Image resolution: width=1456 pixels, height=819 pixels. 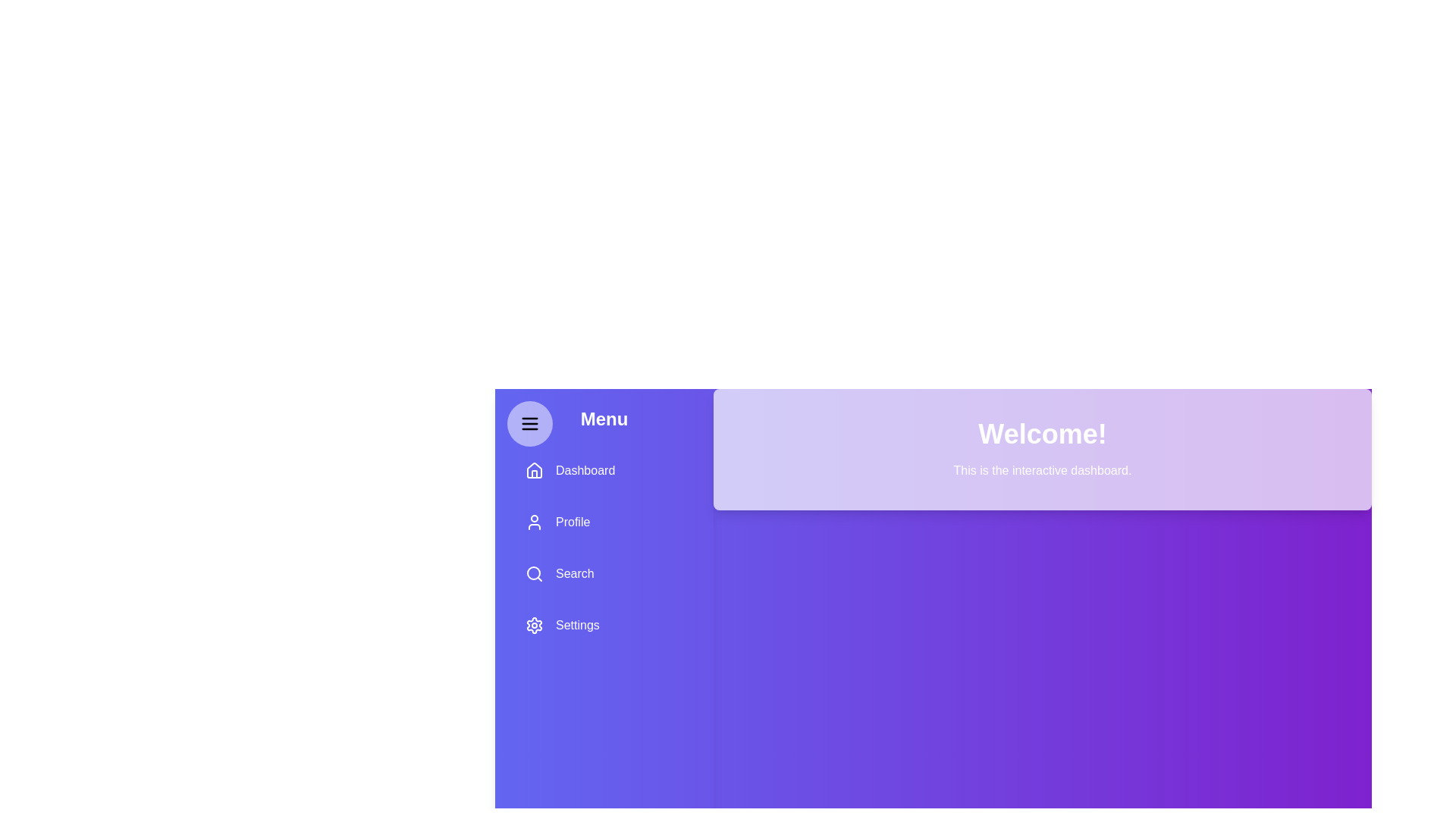 What do you see at coordinates (603, 522) in the screenshot?
I see `the menu item Profile to observe its hover effect` at bounding box center [603, 522].